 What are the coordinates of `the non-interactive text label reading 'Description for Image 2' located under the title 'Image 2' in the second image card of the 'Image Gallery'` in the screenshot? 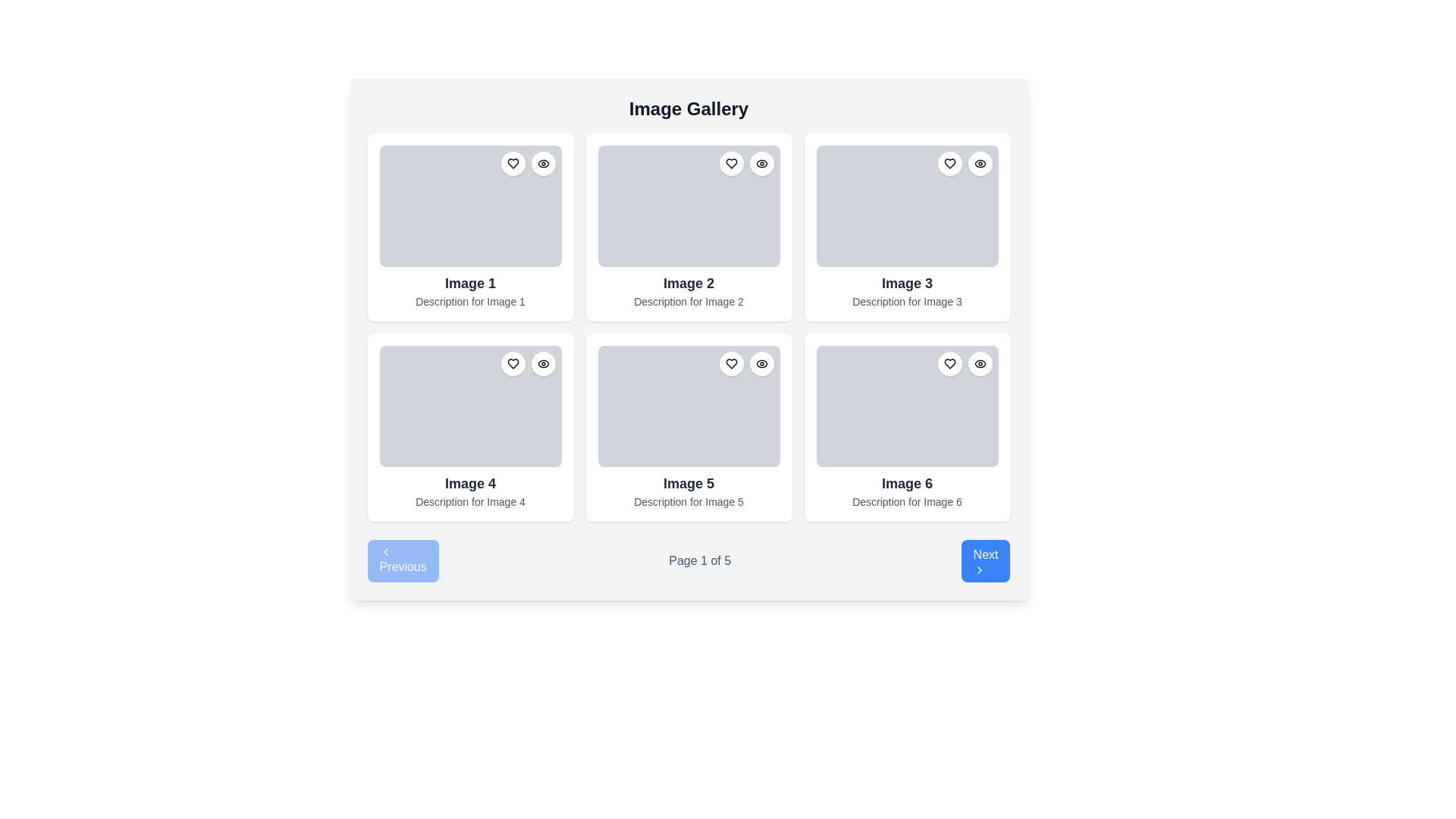 It's located at (688, 301).